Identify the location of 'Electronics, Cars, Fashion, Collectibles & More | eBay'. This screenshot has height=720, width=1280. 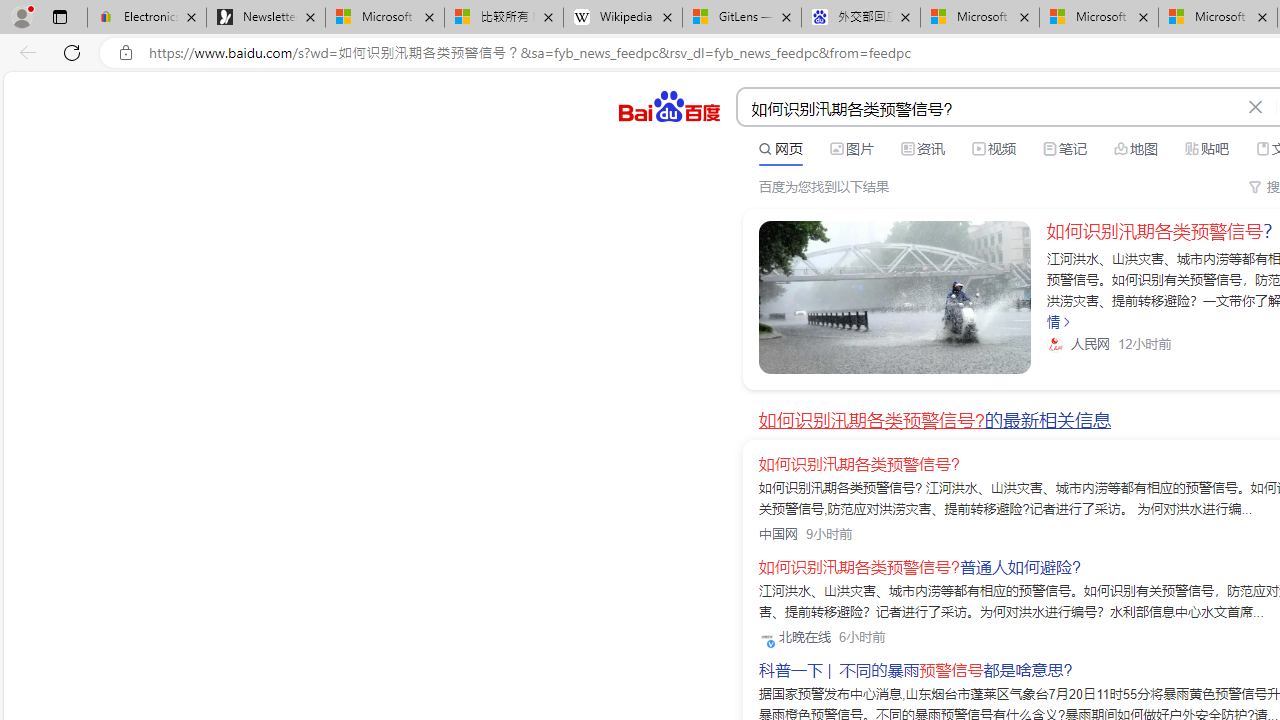
(146, 17).